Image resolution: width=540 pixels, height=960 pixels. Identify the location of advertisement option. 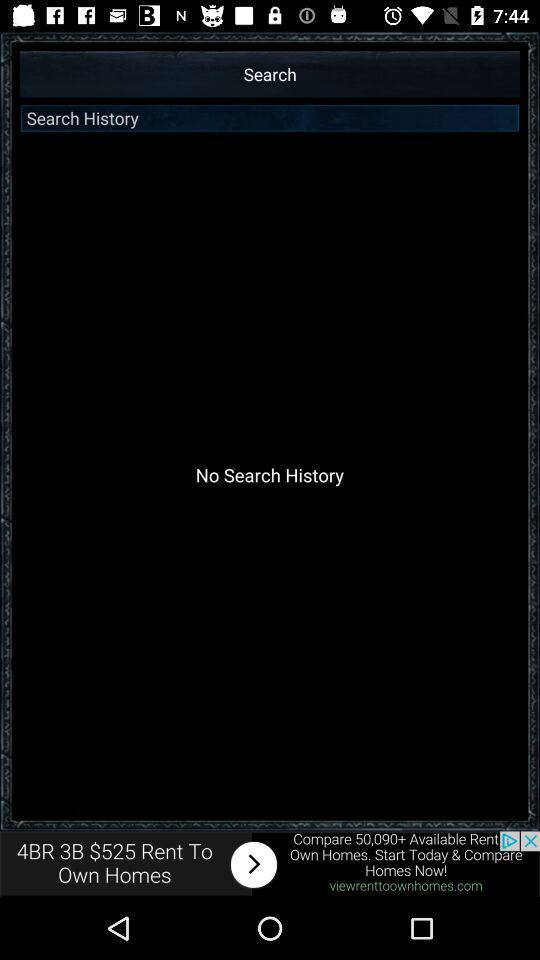
(270, 863).